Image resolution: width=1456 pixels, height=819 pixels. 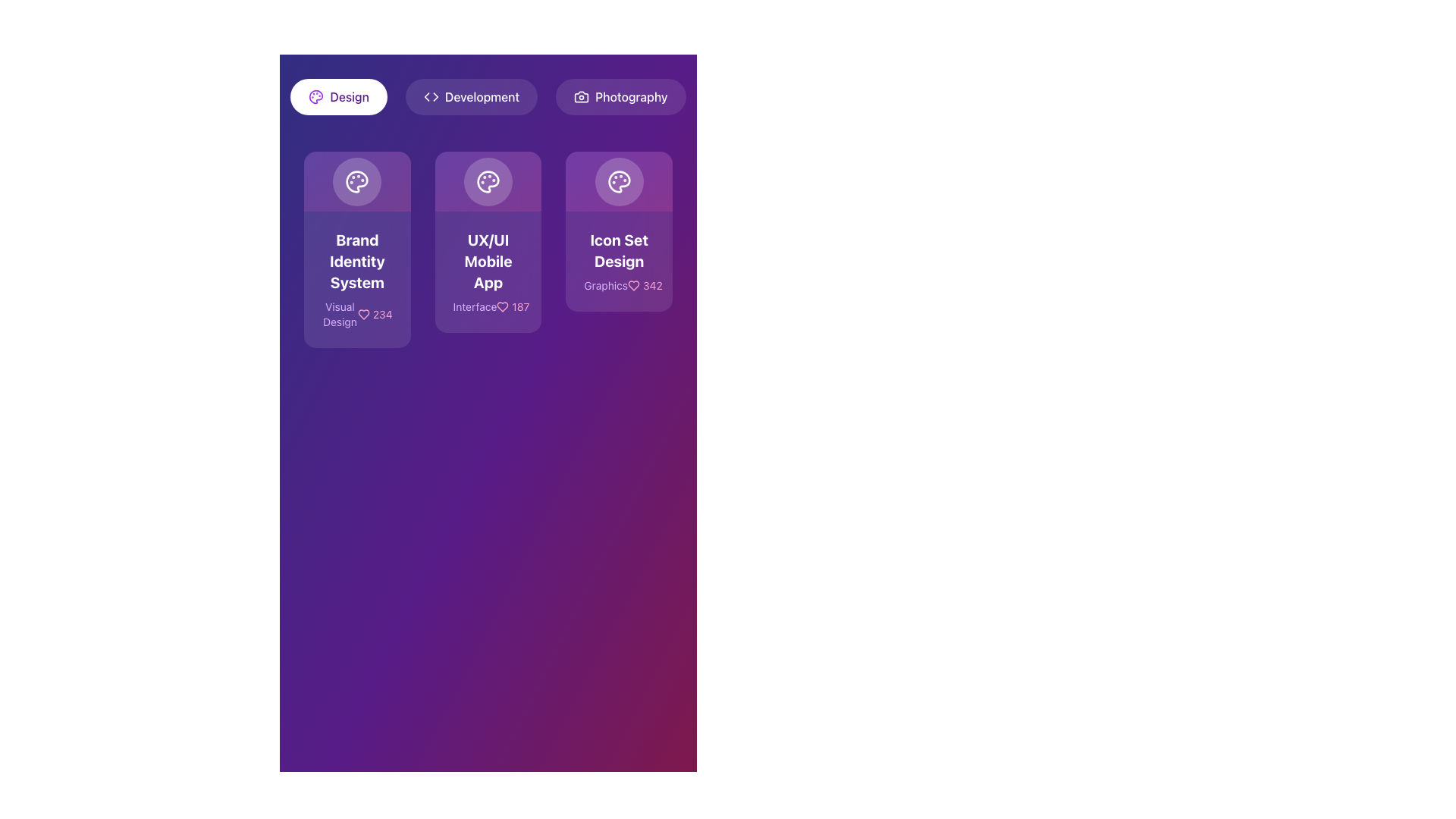 What do you see at coordinates (488, 241) in the screenshot?
I see `the informational card in the grid layout that displays details about a UX/UI mobile app project and indicates a related element count of '187'` at bounding box center [488, 241].